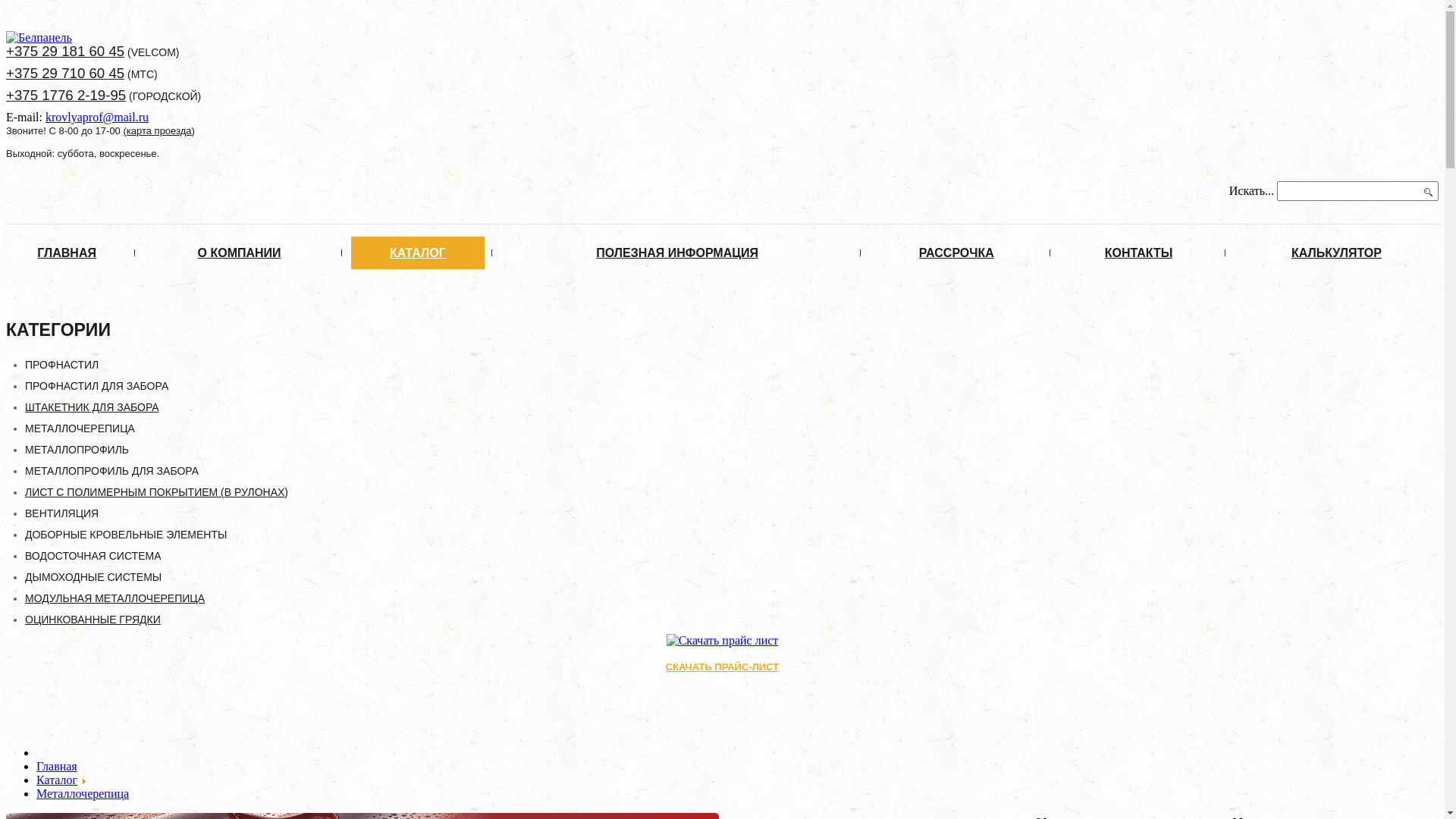 This screenshot has width=1456, height=819. What do you see at coordinates (45, 116) in the screenshot?
I see `'krovlyaprof@mail.ru'` at bounding box center [45, 116].